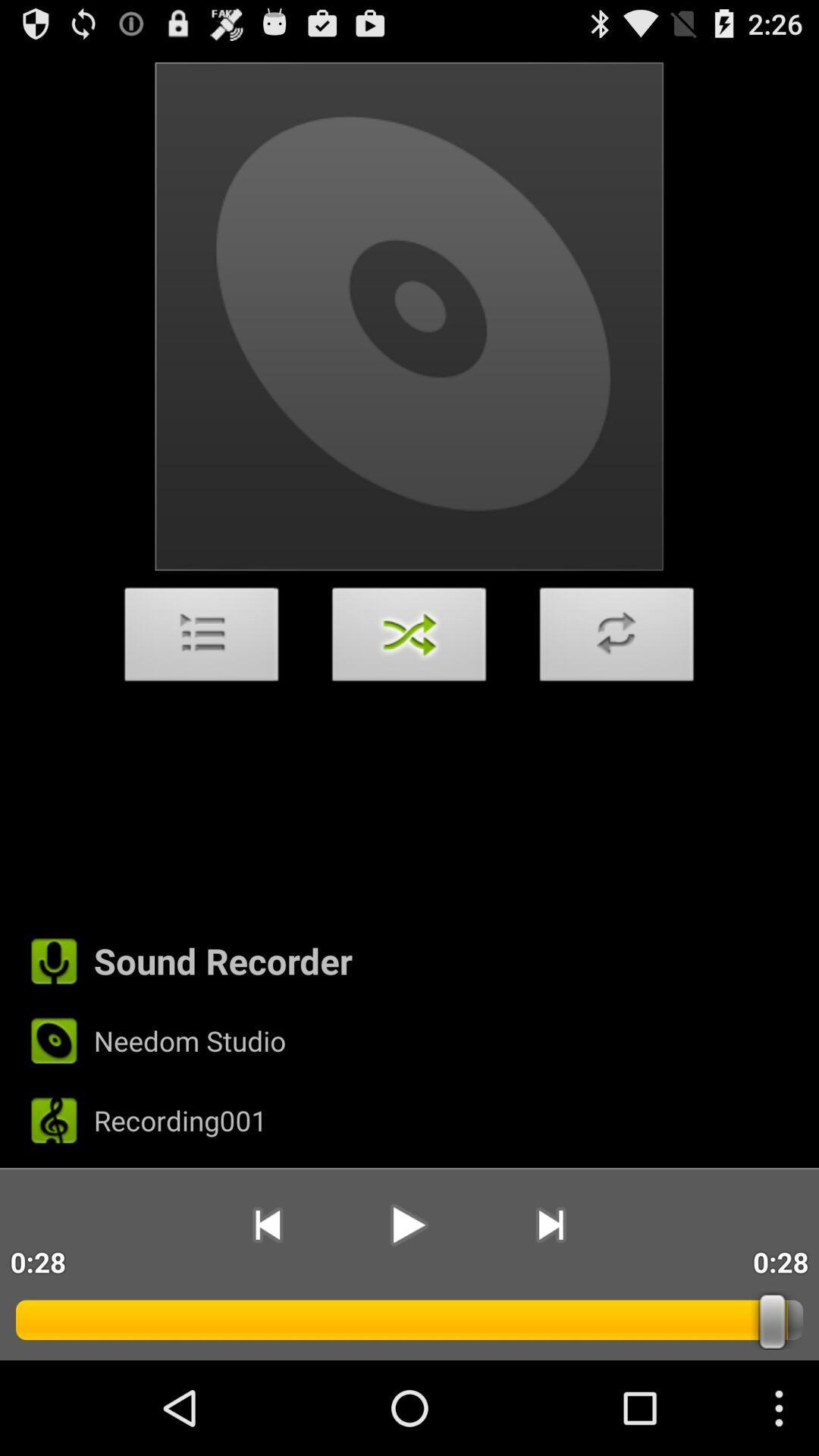  I want to click on the play icon, so click(408, 1310).